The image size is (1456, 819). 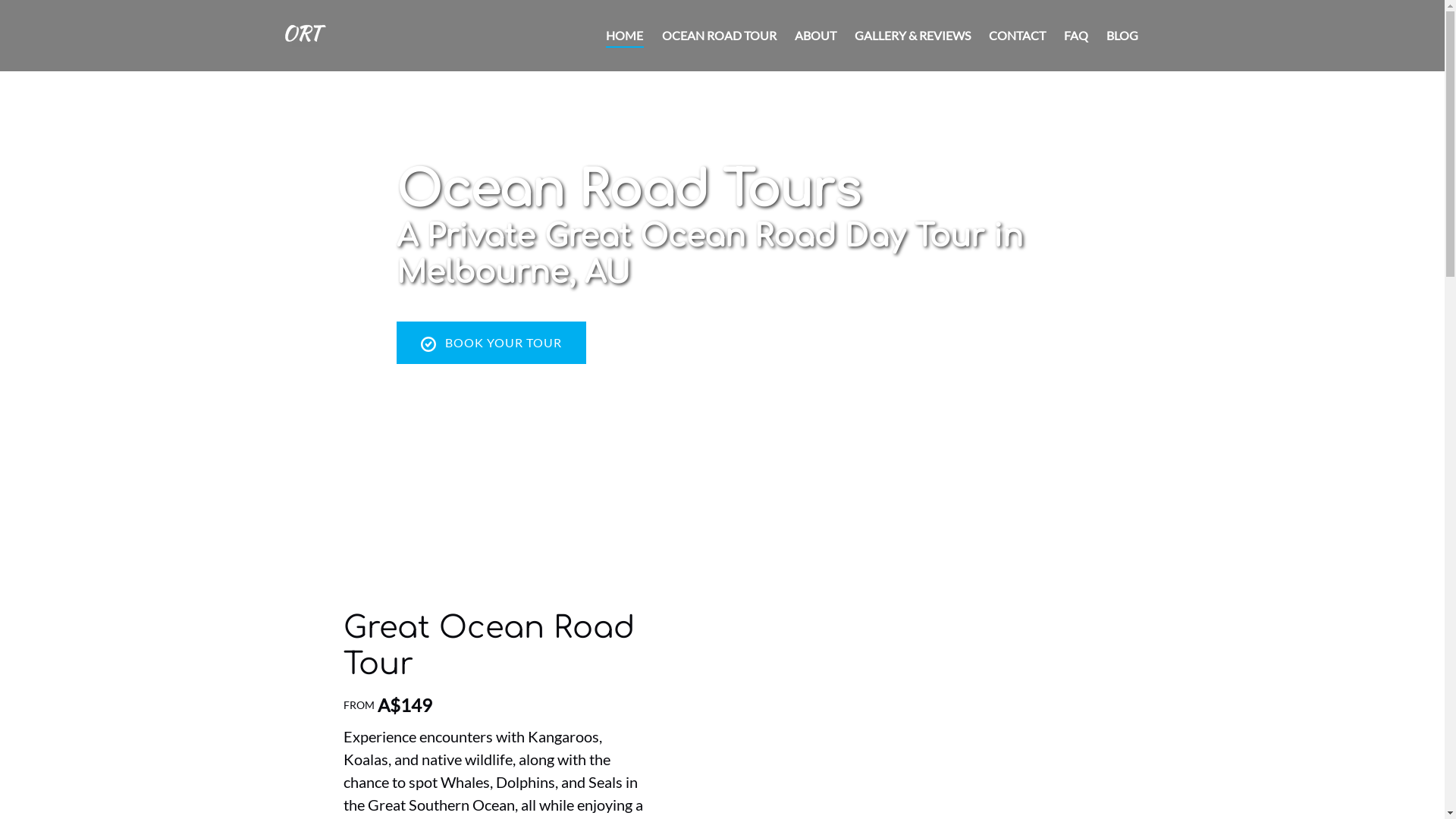 I want to click on 'FAQ', so click(x=1074, y=34).